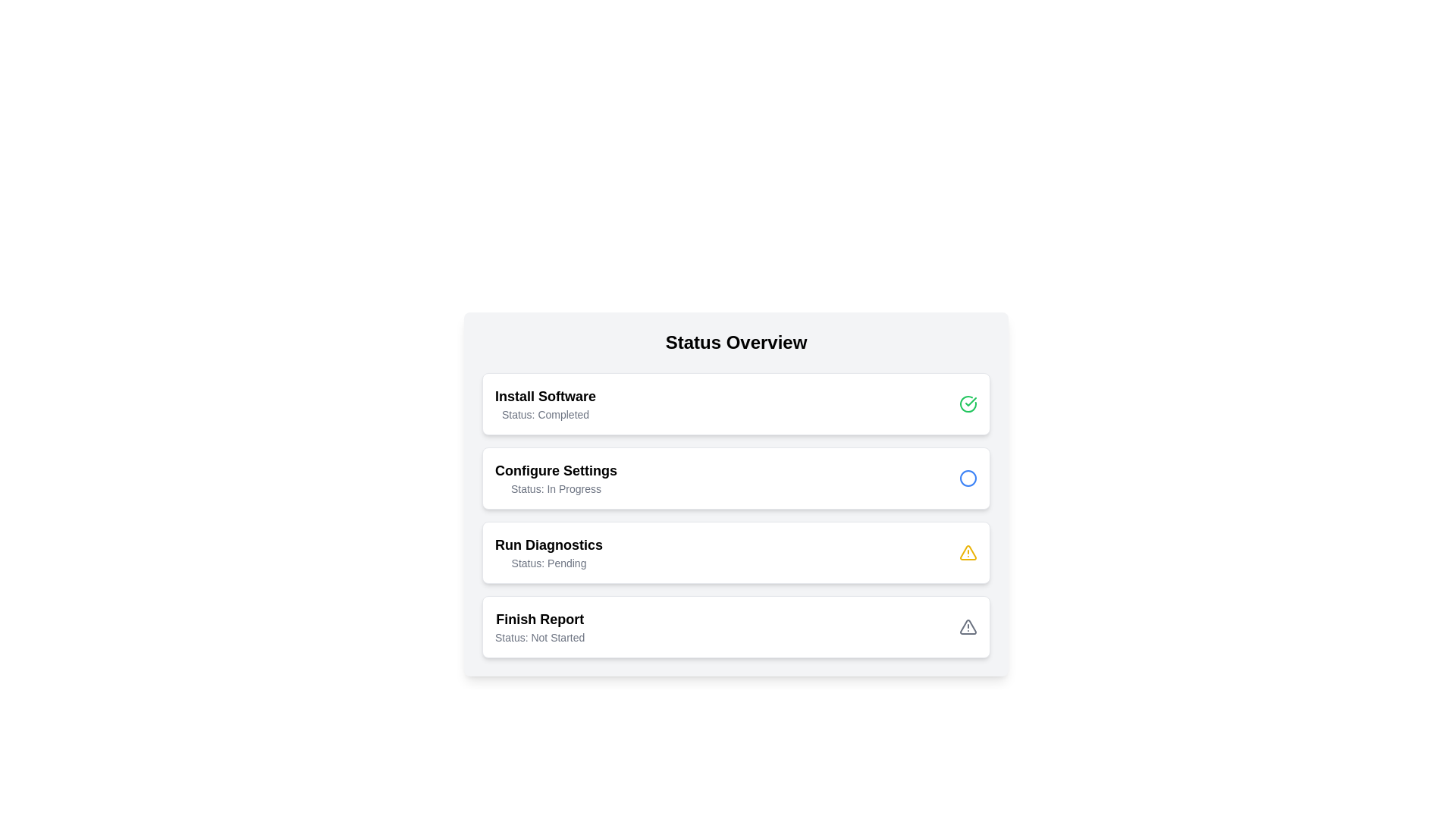 The image size is (1456, 819). What do you see at coordinates (555, 479) in the screenshot?
I see `the Text block titled 'Configure Settings' which contains the subtitle 'Status: In Progress', located in the second row of a vertical list within a white card` at bounding box center [555, 479].